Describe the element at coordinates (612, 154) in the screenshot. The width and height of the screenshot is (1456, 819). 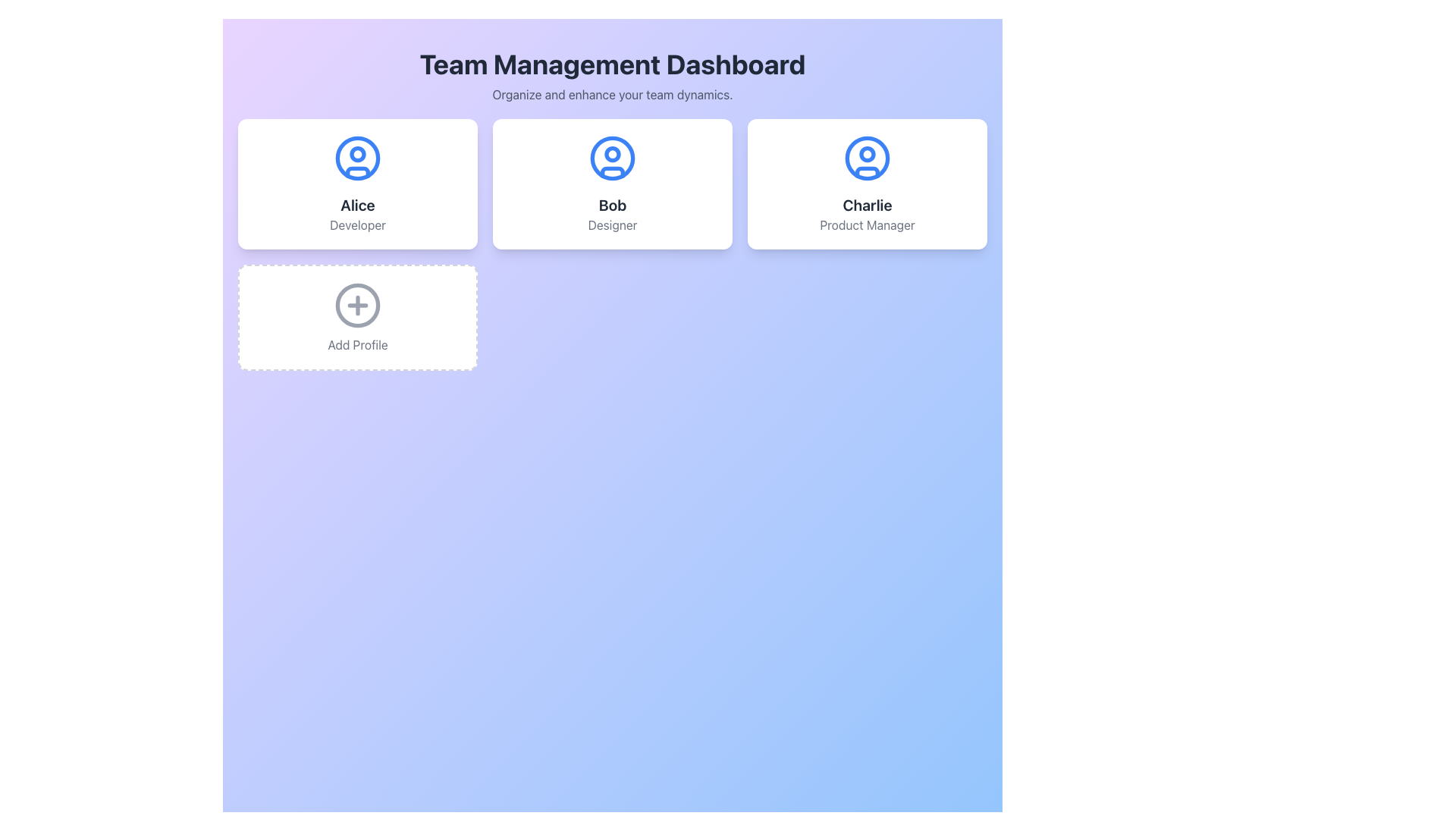
I see `the small filled circular shape located at the top of the user profile icon labeled 'Bob - Designer'` at that location.